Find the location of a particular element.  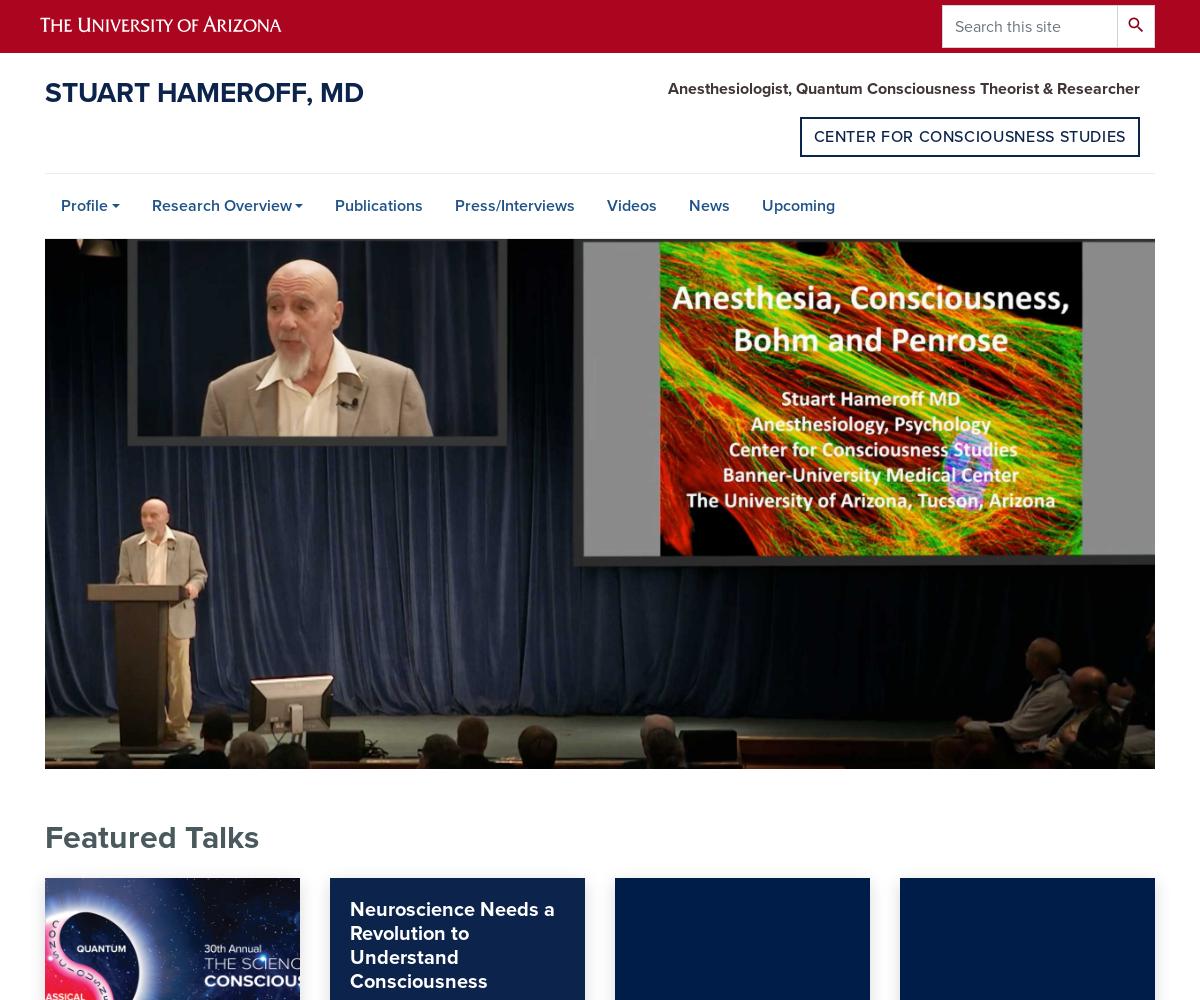

'Research Overview' is located at coordinates (220, 205).